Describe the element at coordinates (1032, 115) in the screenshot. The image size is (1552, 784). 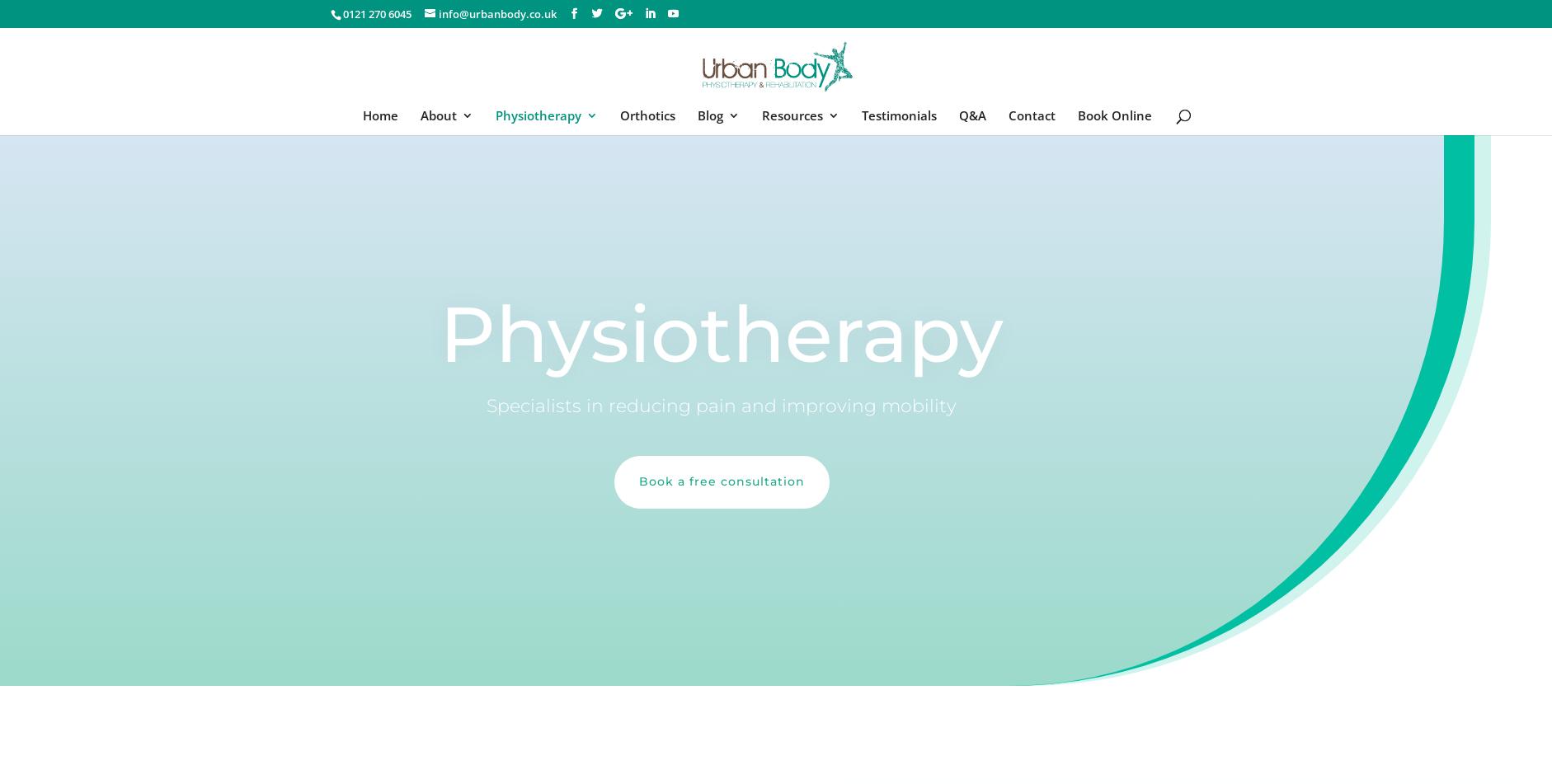
I see `'Contact'` at that location.